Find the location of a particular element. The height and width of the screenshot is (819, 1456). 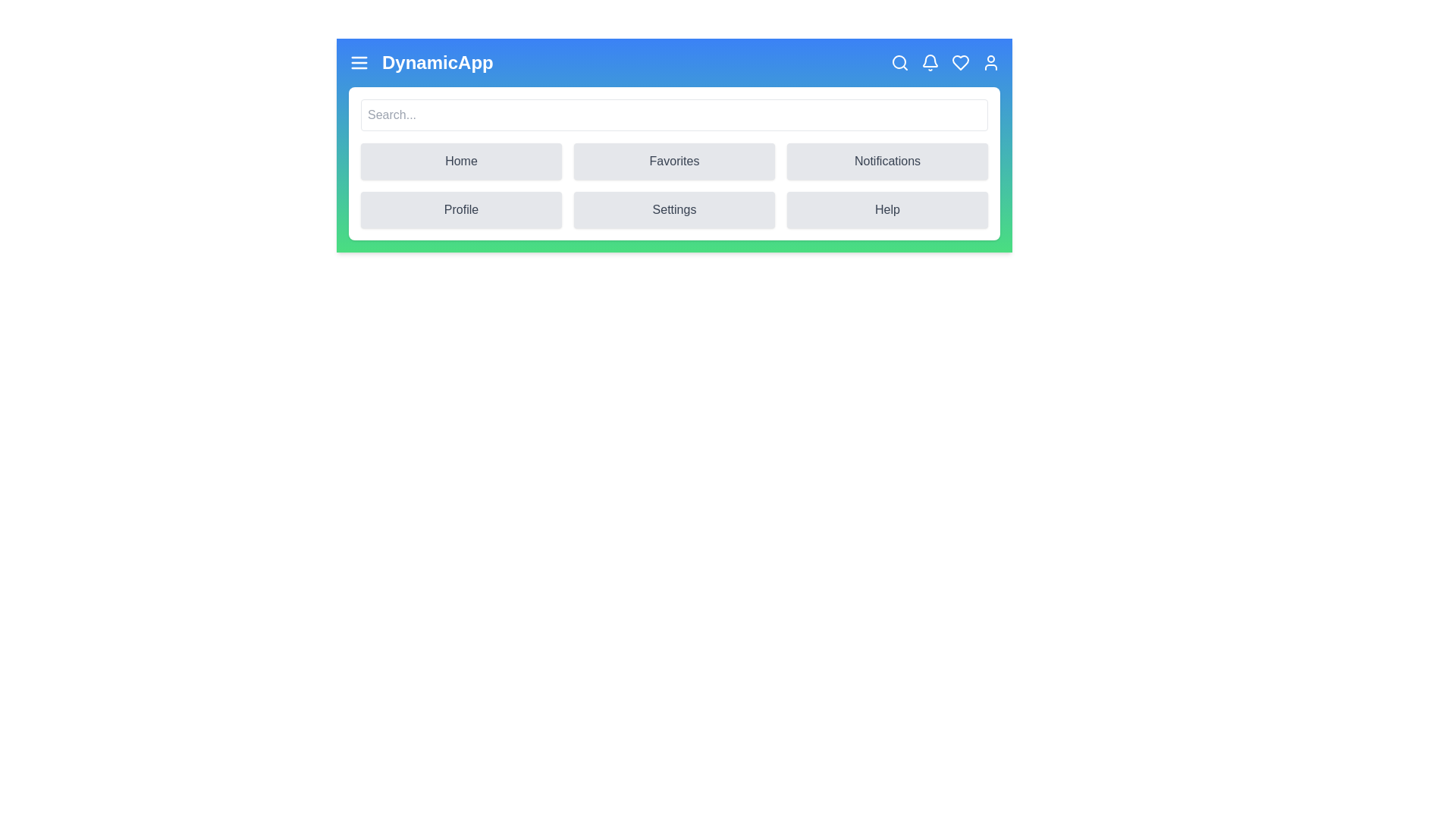

the Home button in the menu is located at coordinates (460, 161).